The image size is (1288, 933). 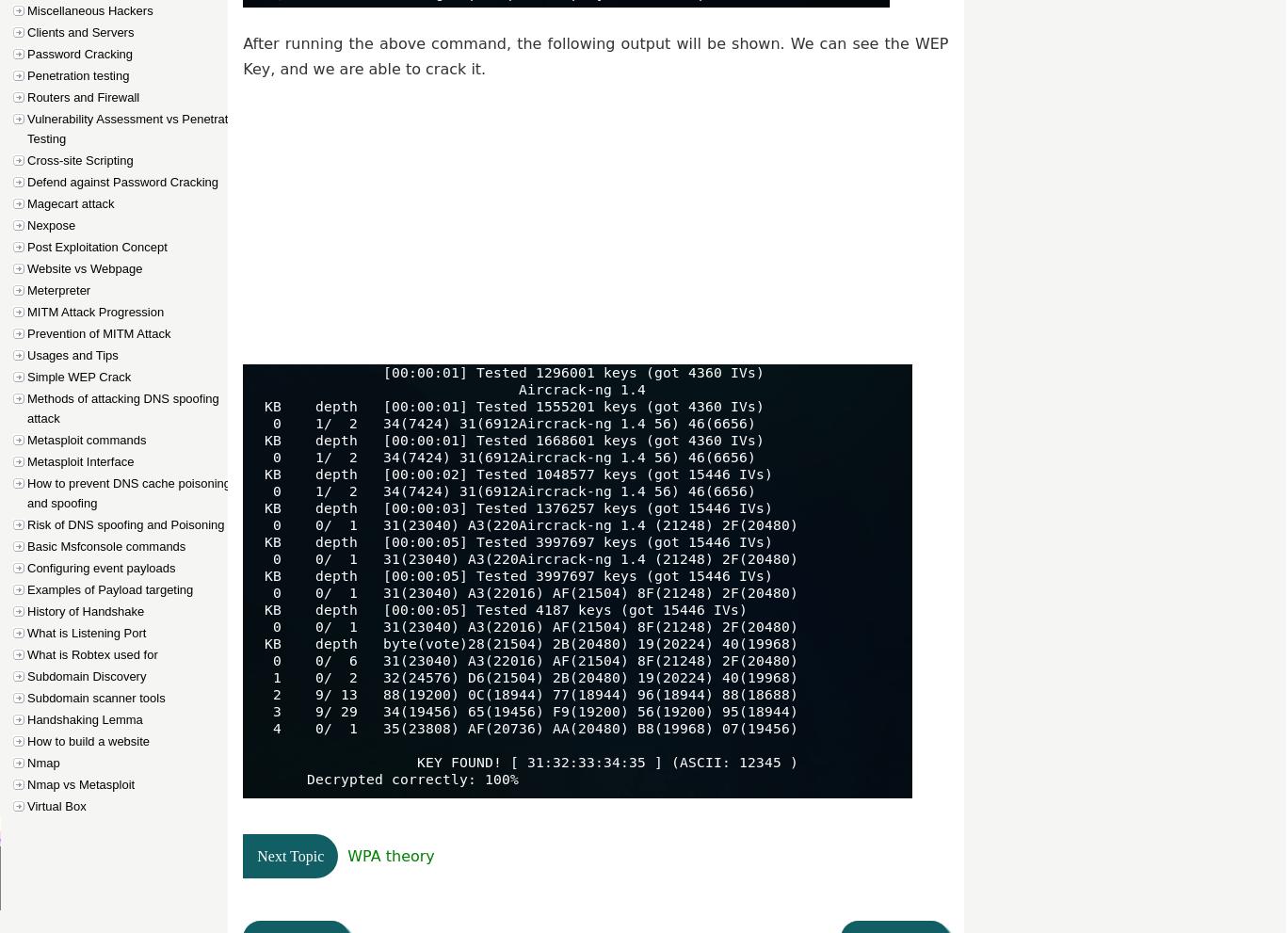 What do you see at coordinates (80, 31) in the screenshot?
I see `'Clients and Servers'` at bounding box center [80, 31].